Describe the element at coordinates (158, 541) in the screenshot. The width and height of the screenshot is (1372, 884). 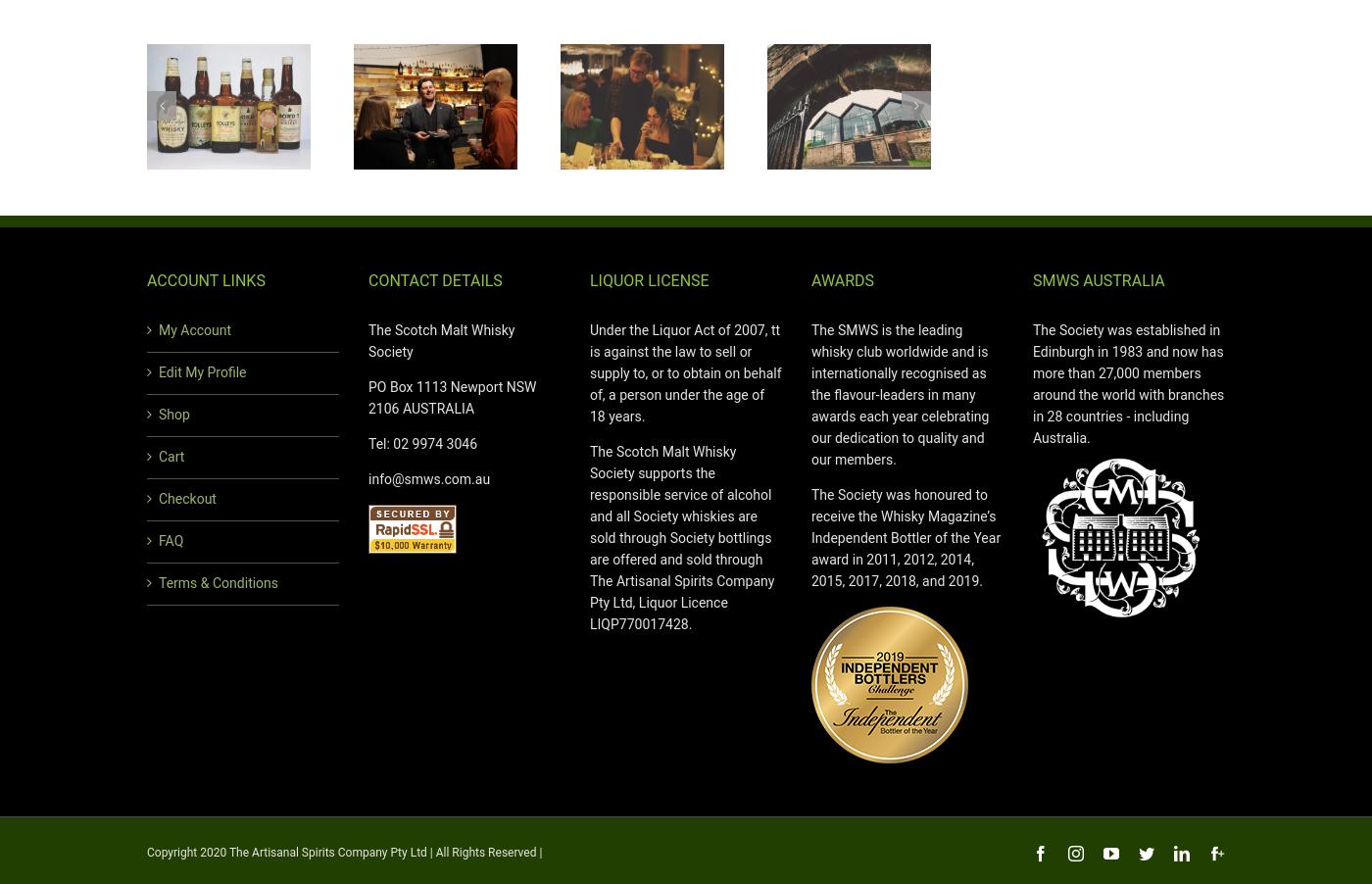
I see `'FAQ'` at that location.